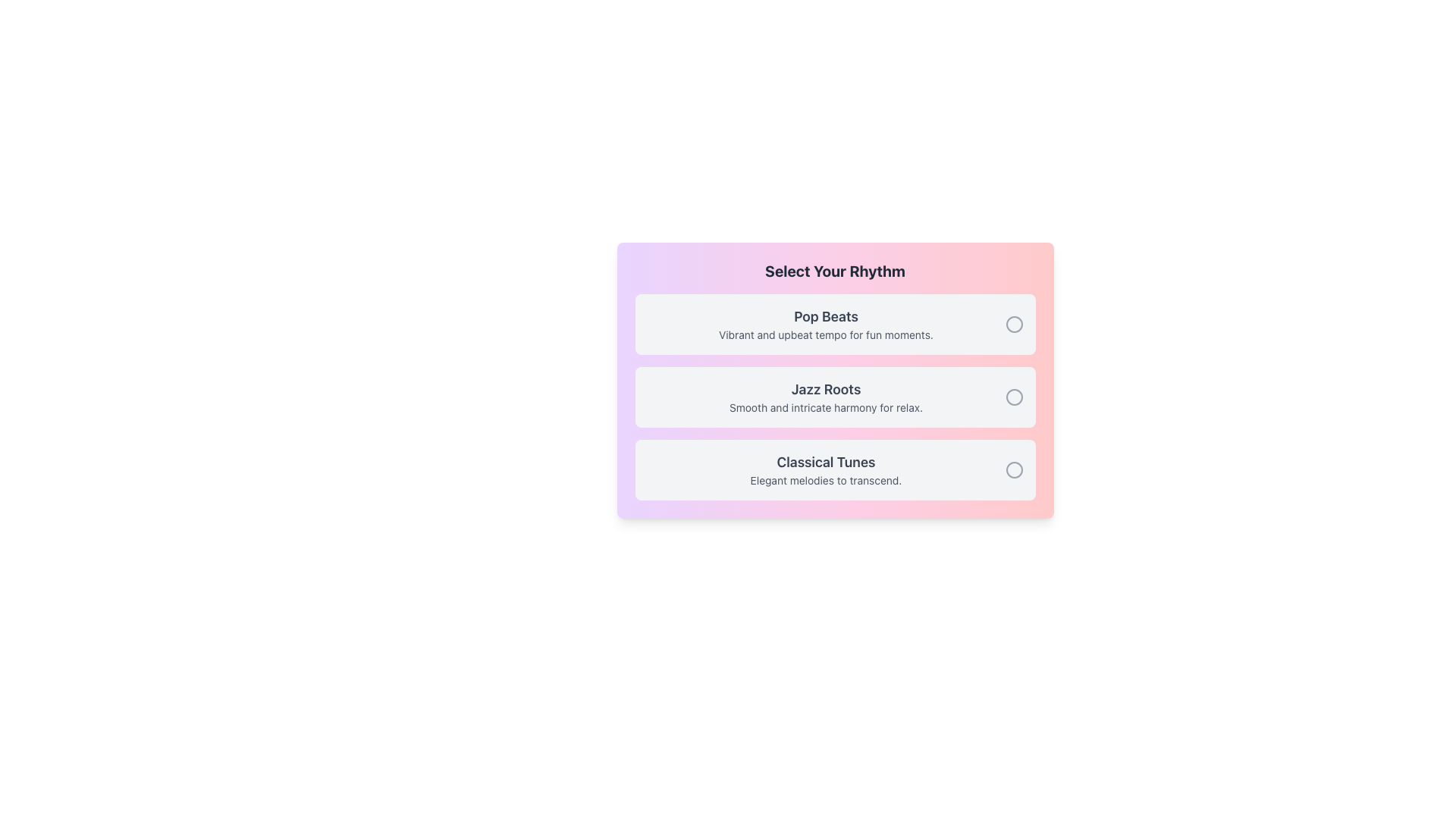  Describe the element at coordinates (825, 334) in the screenshot. I see `the text label that reads 'Vibrant and upbeat tempo for fun moments.' located beneath the heading 'Pop Beats' in the selection card titled 'Select Your Rhythm.'` at that location.